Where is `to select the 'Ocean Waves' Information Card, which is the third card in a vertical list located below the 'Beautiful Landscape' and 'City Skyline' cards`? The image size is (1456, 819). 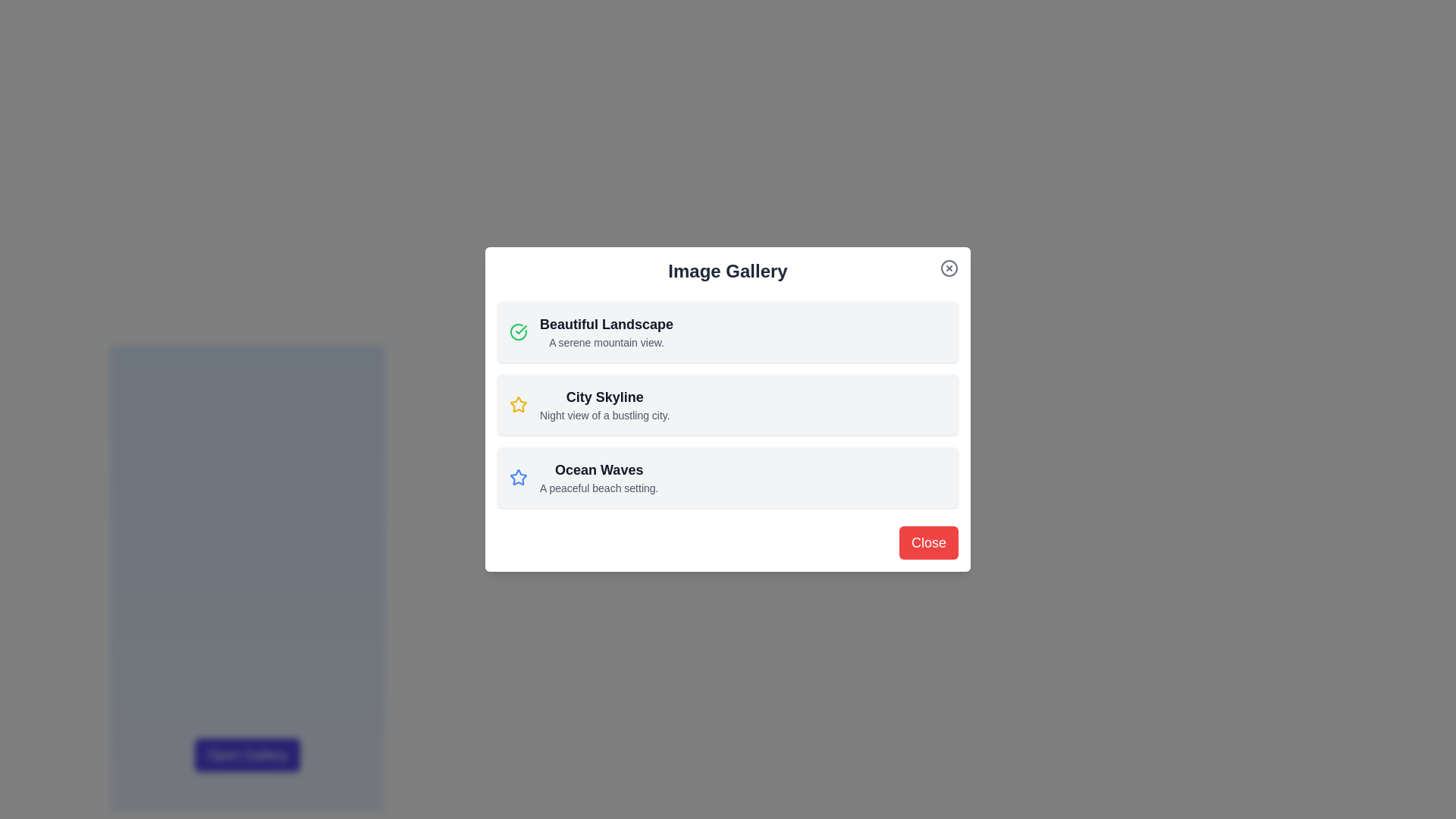
to select the 'Ocean Waves' Information Card, which is the third card in a vertical list located below the 'Beautiful Landscape' and 'City Skyline' cards is located at coordinates (728, 476).